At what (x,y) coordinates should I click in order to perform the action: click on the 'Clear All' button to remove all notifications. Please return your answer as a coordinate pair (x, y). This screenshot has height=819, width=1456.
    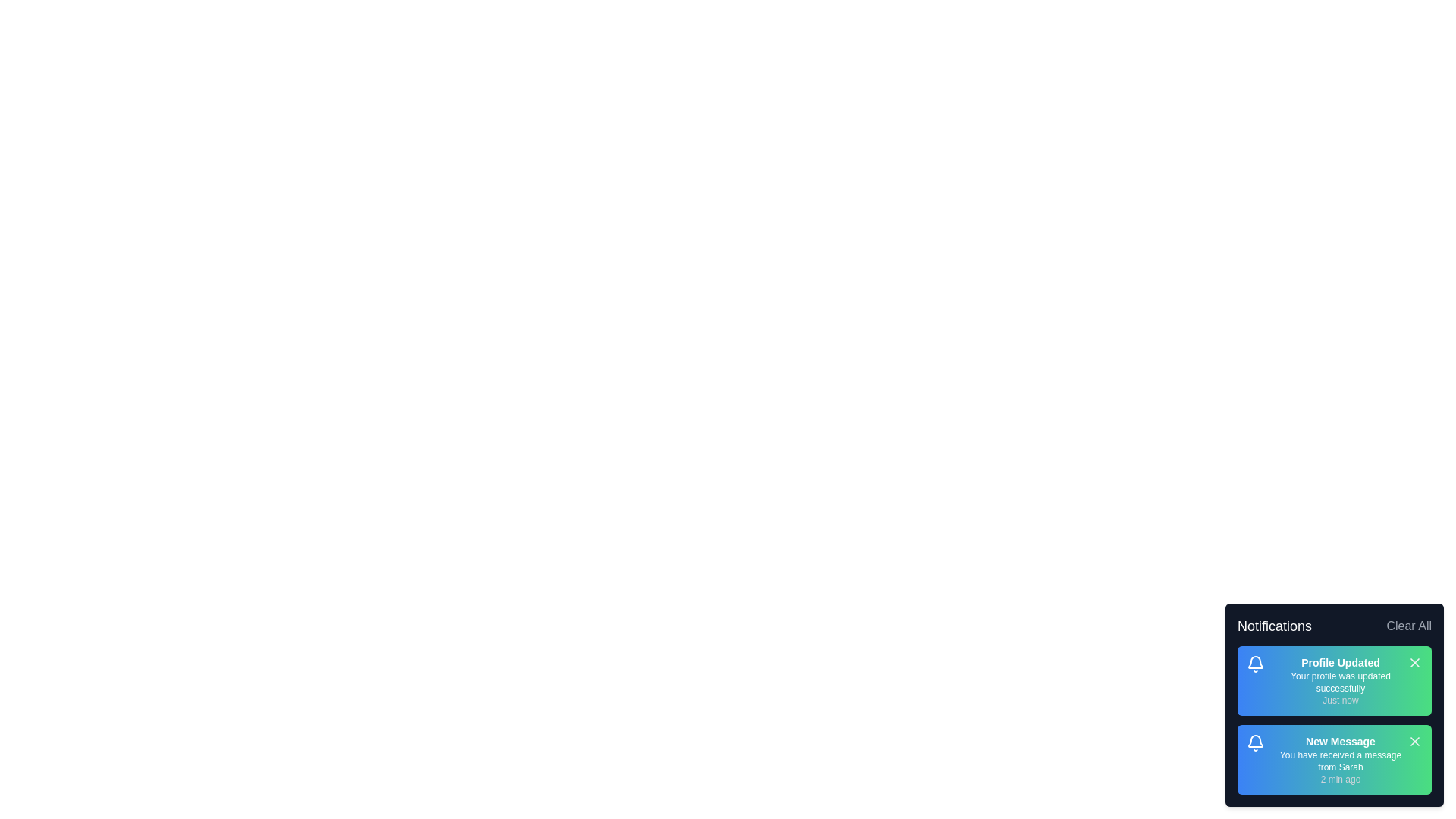
    Looking at the image, I should click on (1407, 626).